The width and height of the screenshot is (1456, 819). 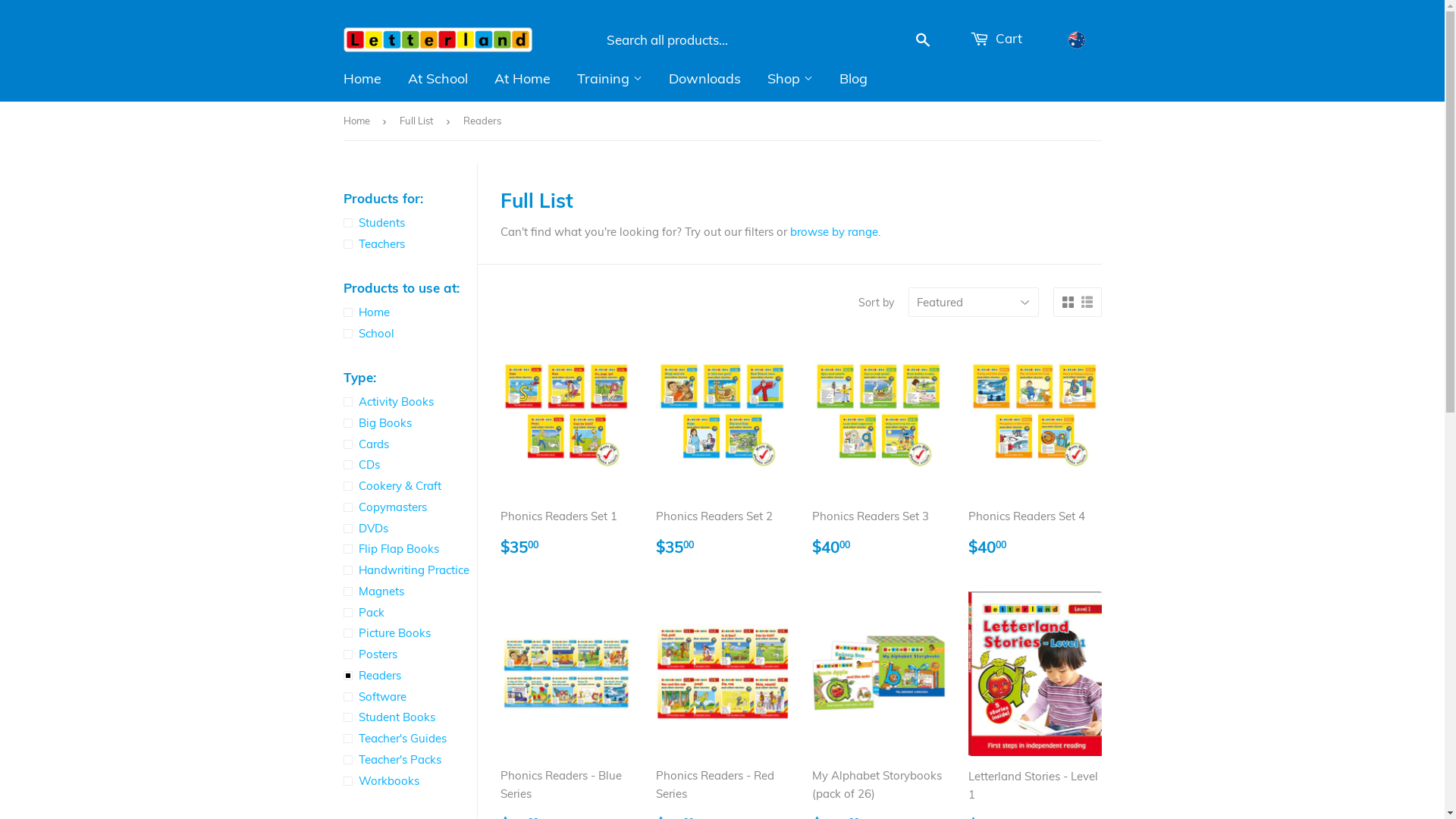 I want to click on 'Downloads', so click(x=703, y=79).